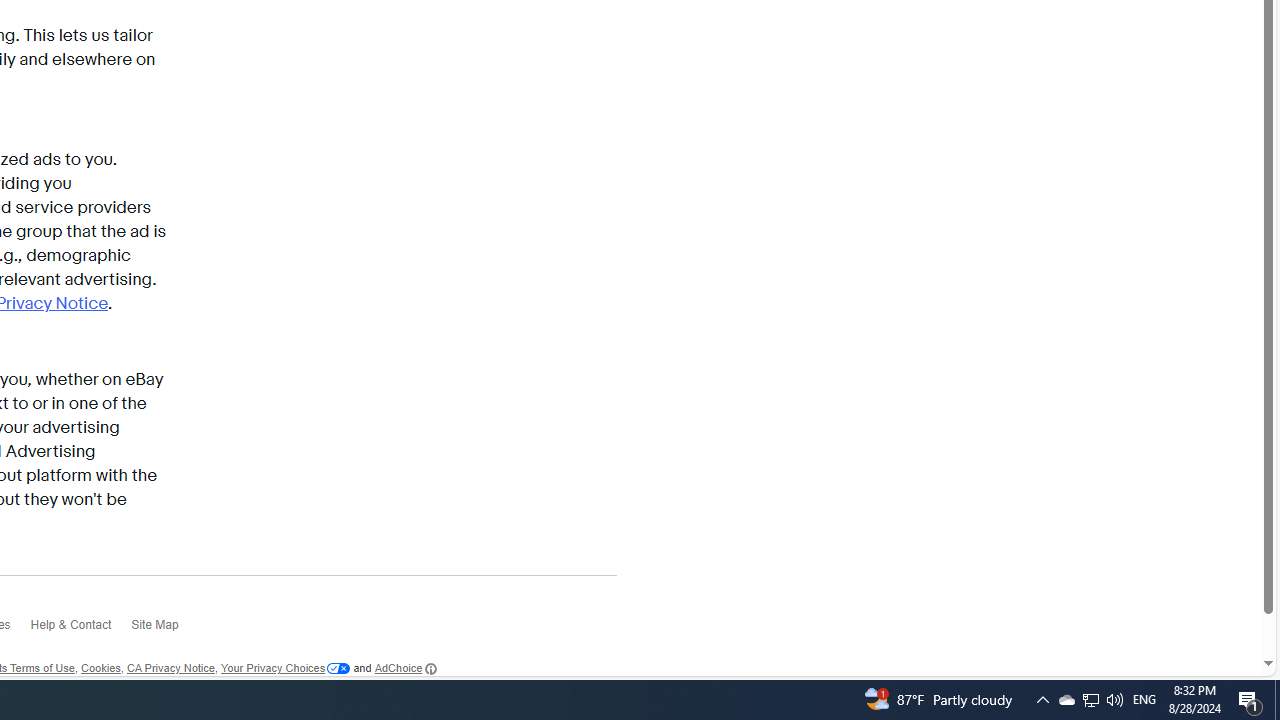 The width and height of the screenshot is (1280, 720). I want to click on 'CA Privacy Notice', so click(170, 669).